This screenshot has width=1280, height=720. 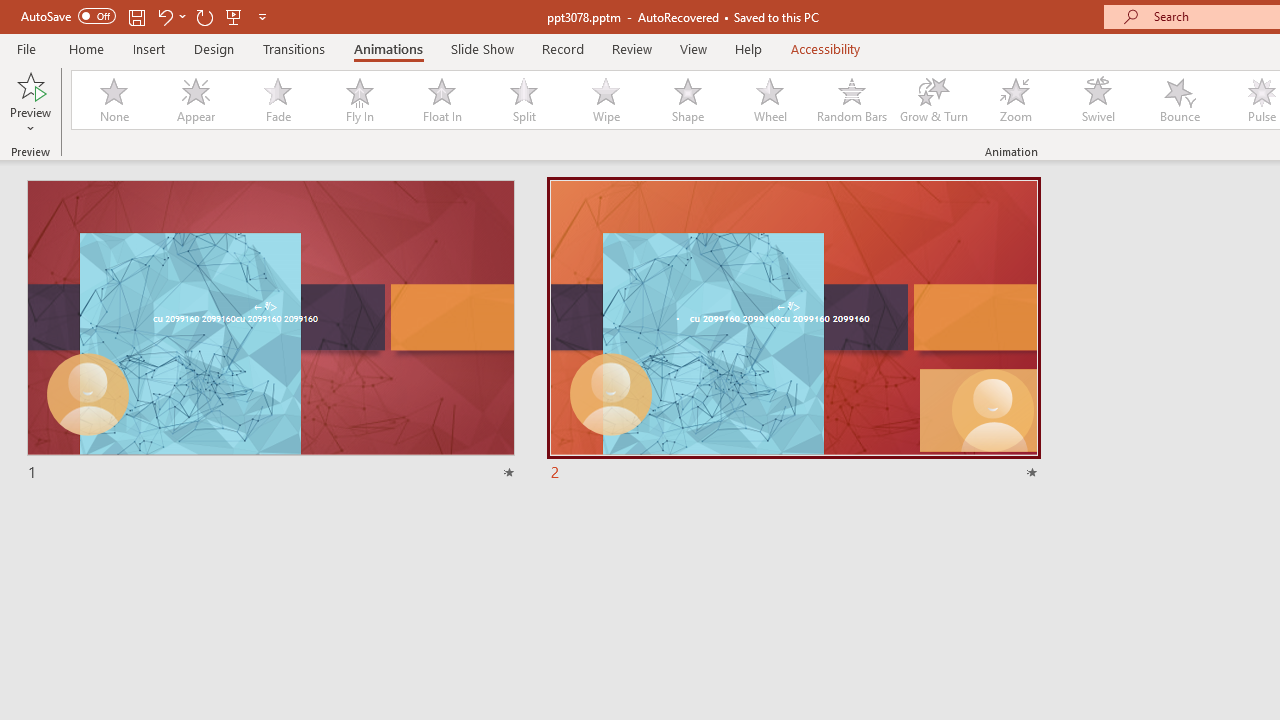 What do you see at coordinates (688, 100) in the screenshot?
I see `'Shape'` at bounding box center [688, 100].